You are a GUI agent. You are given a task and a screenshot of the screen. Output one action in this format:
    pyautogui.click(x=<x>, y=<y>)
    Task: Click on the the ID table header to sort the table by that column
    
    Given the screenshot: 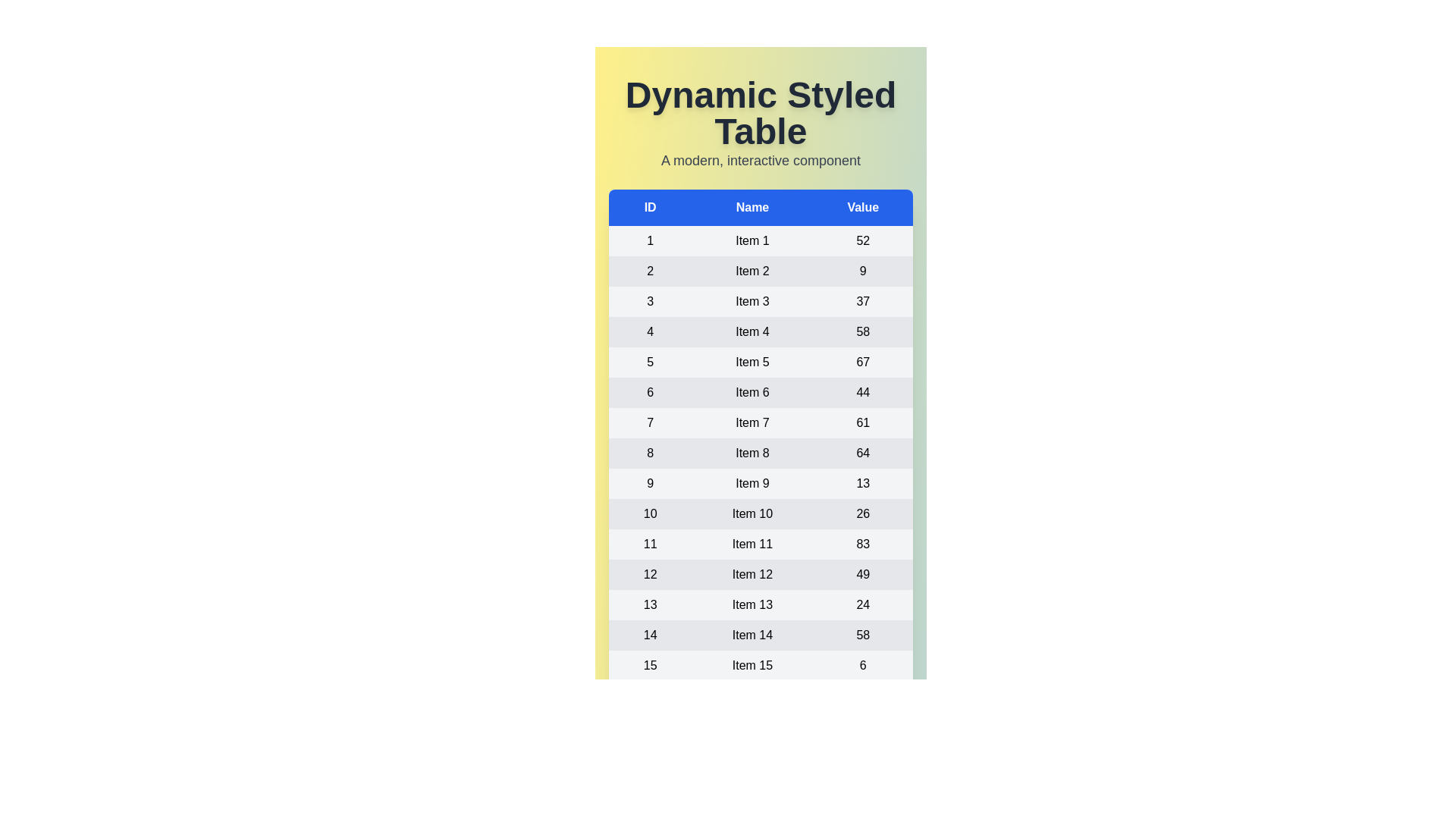 What is the action you would take?
    pyautogui.click(x=650, y=207)
    